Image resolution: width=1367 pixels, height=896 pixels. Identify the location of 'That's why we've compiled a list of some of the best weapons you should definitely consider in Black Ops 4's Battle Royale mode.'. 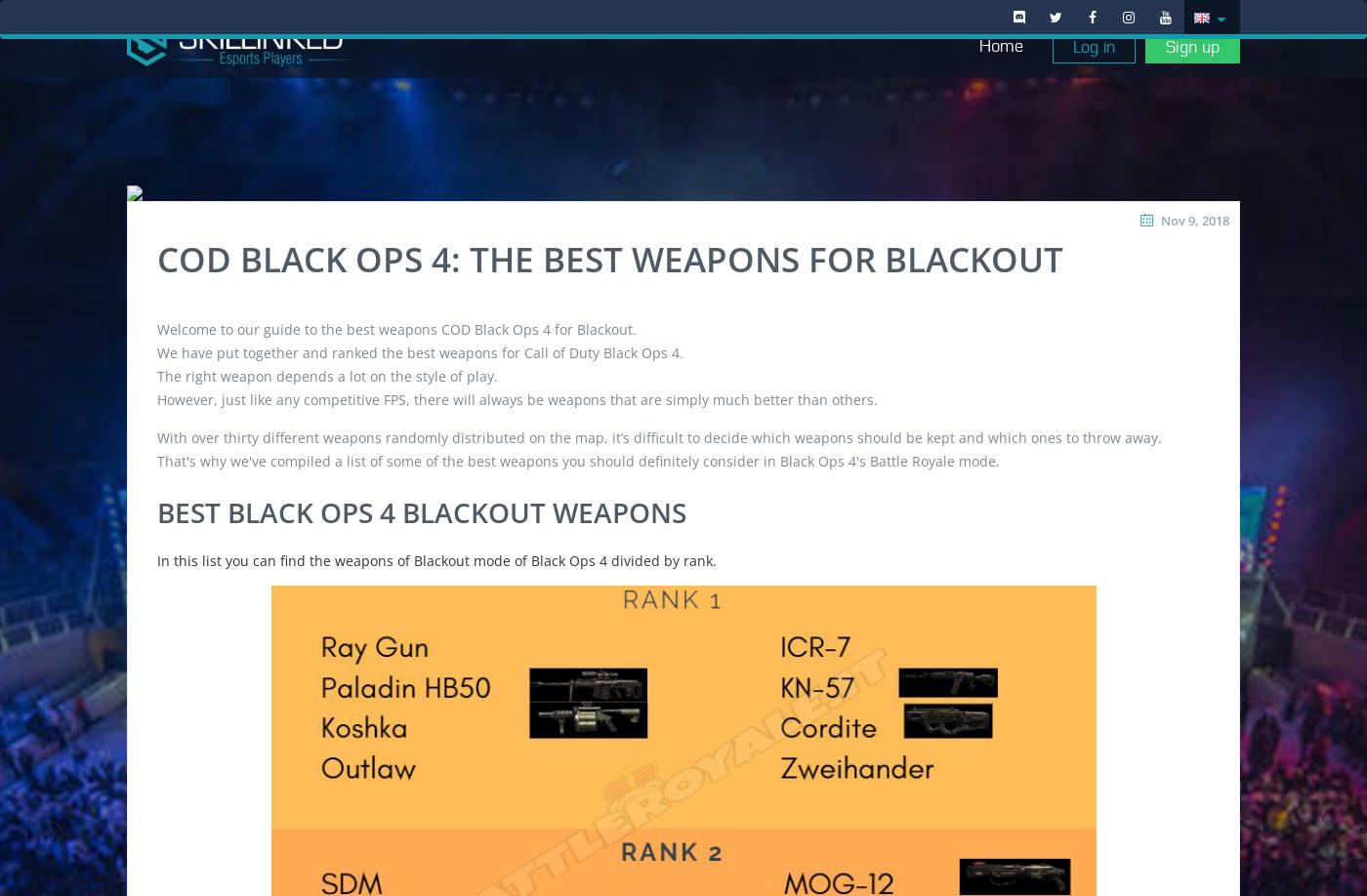
(578, 460).